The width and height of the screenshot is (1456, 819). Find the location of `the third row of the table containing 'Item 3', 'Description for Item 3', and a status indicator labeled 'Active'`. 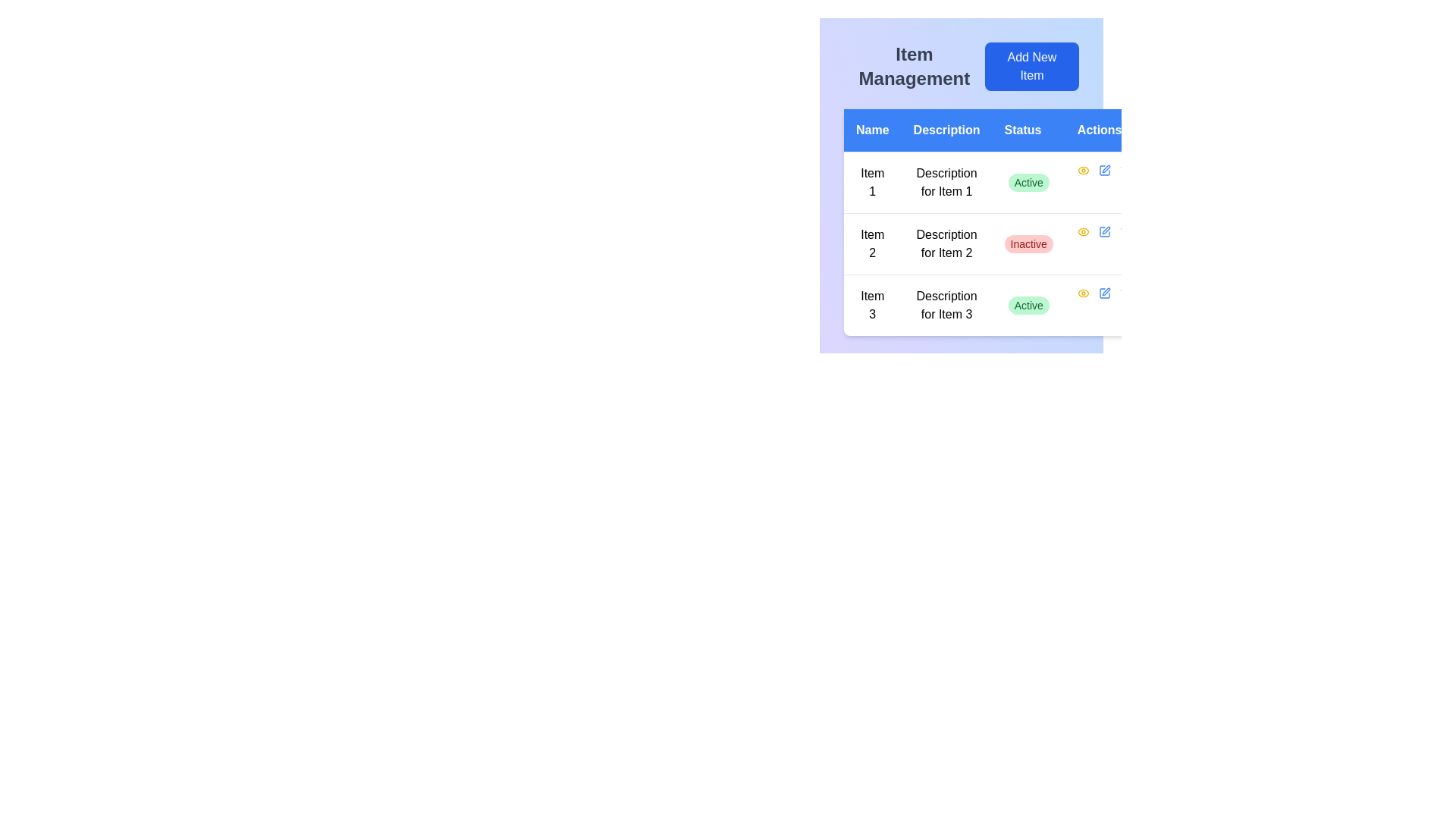

the third row of the table containing 'Item 3', 'Description for Item 3', and a status indicator labeled 'Active' is located at coordinates (993, 305).